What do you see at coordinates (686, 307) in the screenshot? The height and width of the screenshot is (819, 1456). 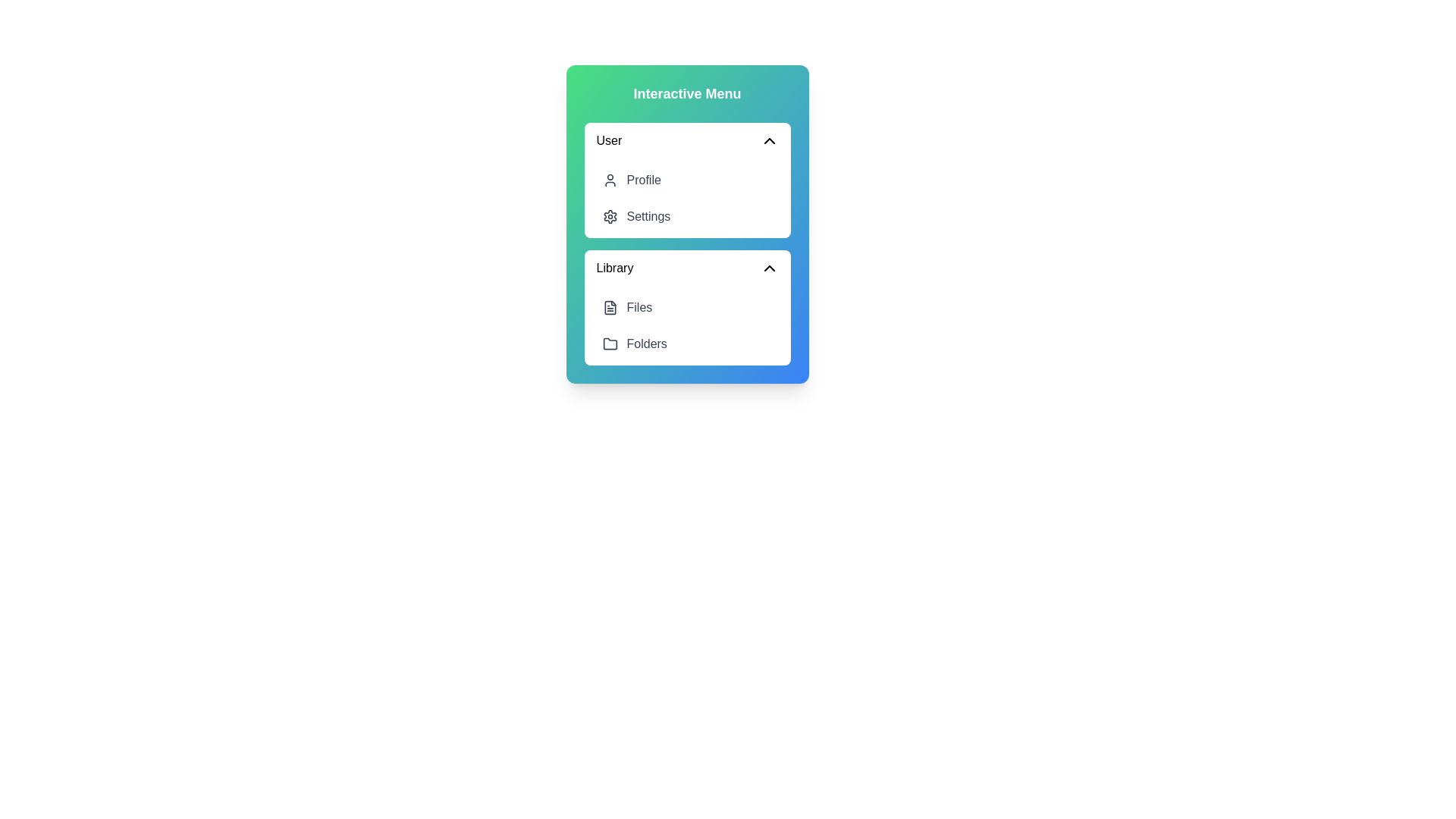 I see `the menu item Files to observe its hover style` at bounding box center [686, 307].